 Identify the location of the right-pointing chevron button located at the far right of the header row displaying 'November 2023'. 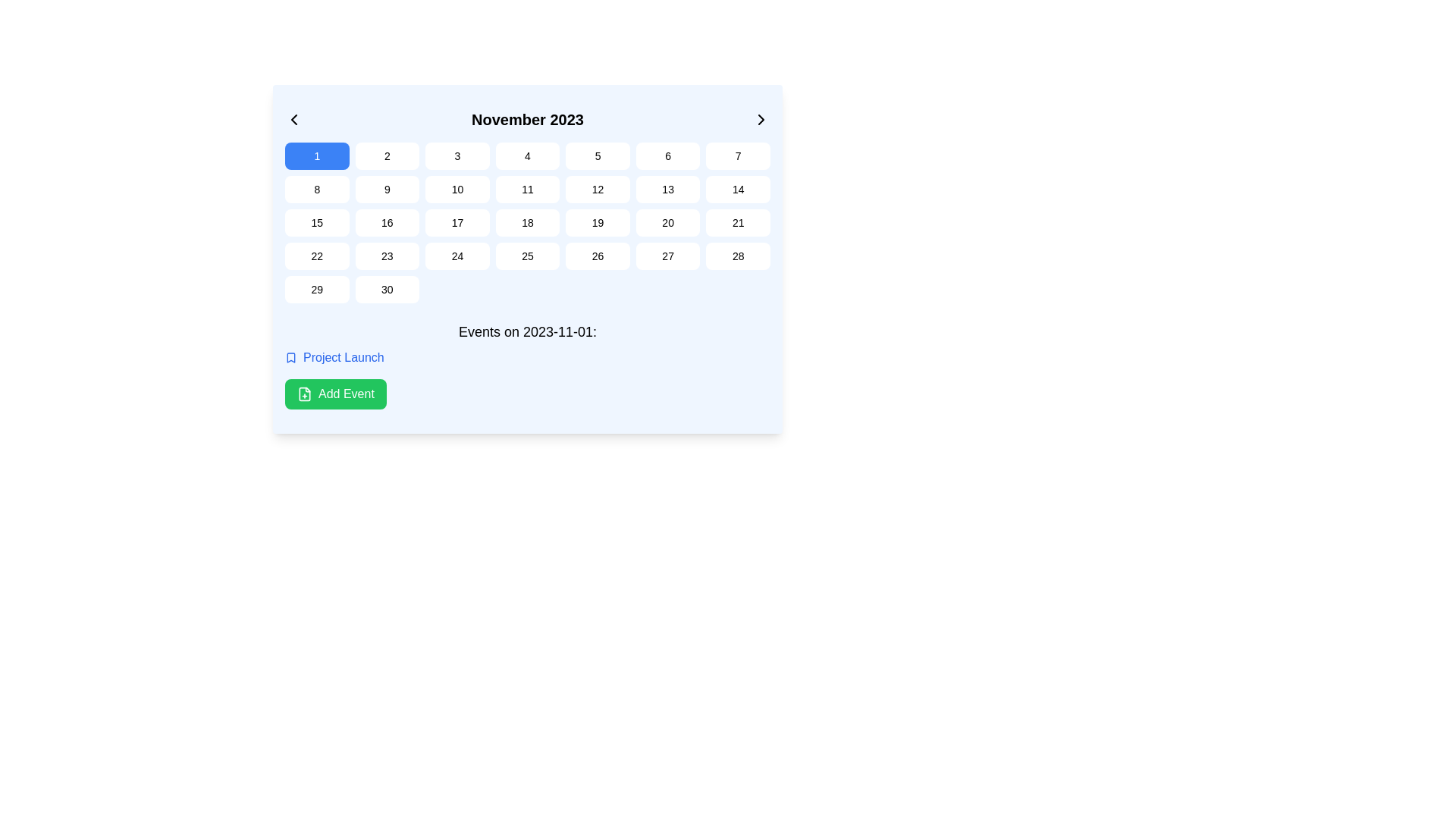
(761, 119).